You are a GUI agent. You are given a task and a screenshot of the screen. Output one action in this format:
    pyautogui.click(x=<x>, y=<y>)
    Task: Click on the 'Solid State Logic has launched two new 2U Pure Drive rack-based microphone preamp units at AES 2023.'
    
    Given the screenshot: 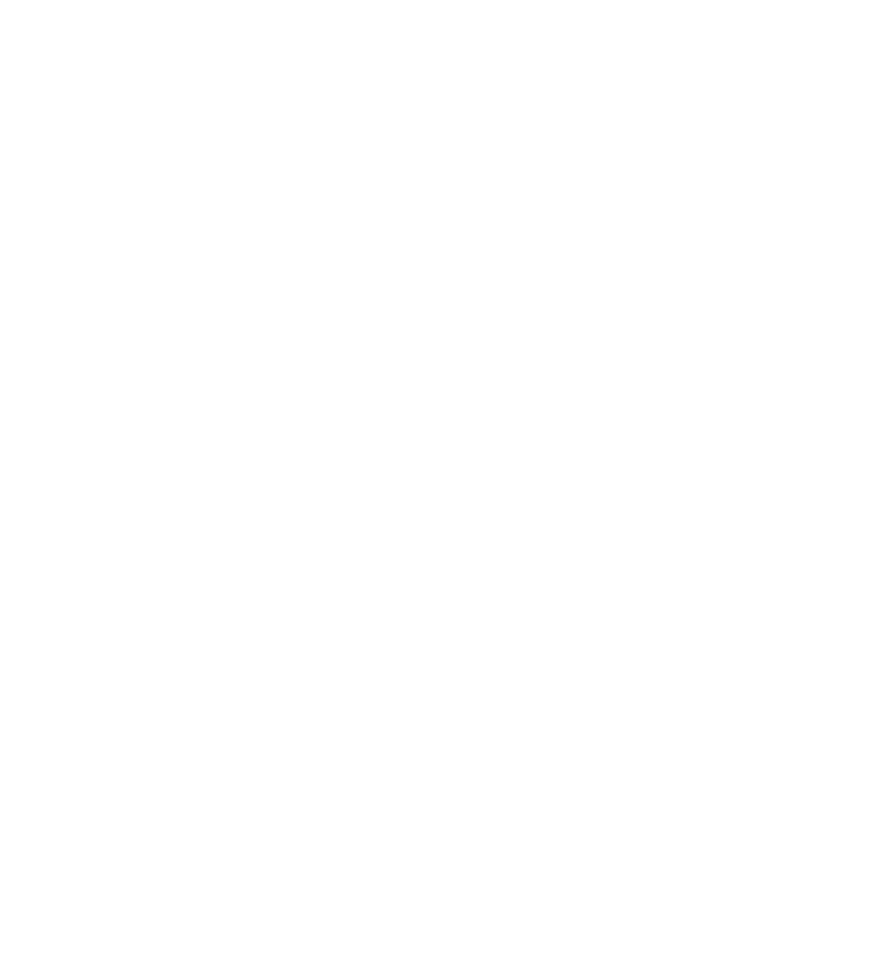 What is the action you would take?
    pyautogui.click(x=373, y=220)
    